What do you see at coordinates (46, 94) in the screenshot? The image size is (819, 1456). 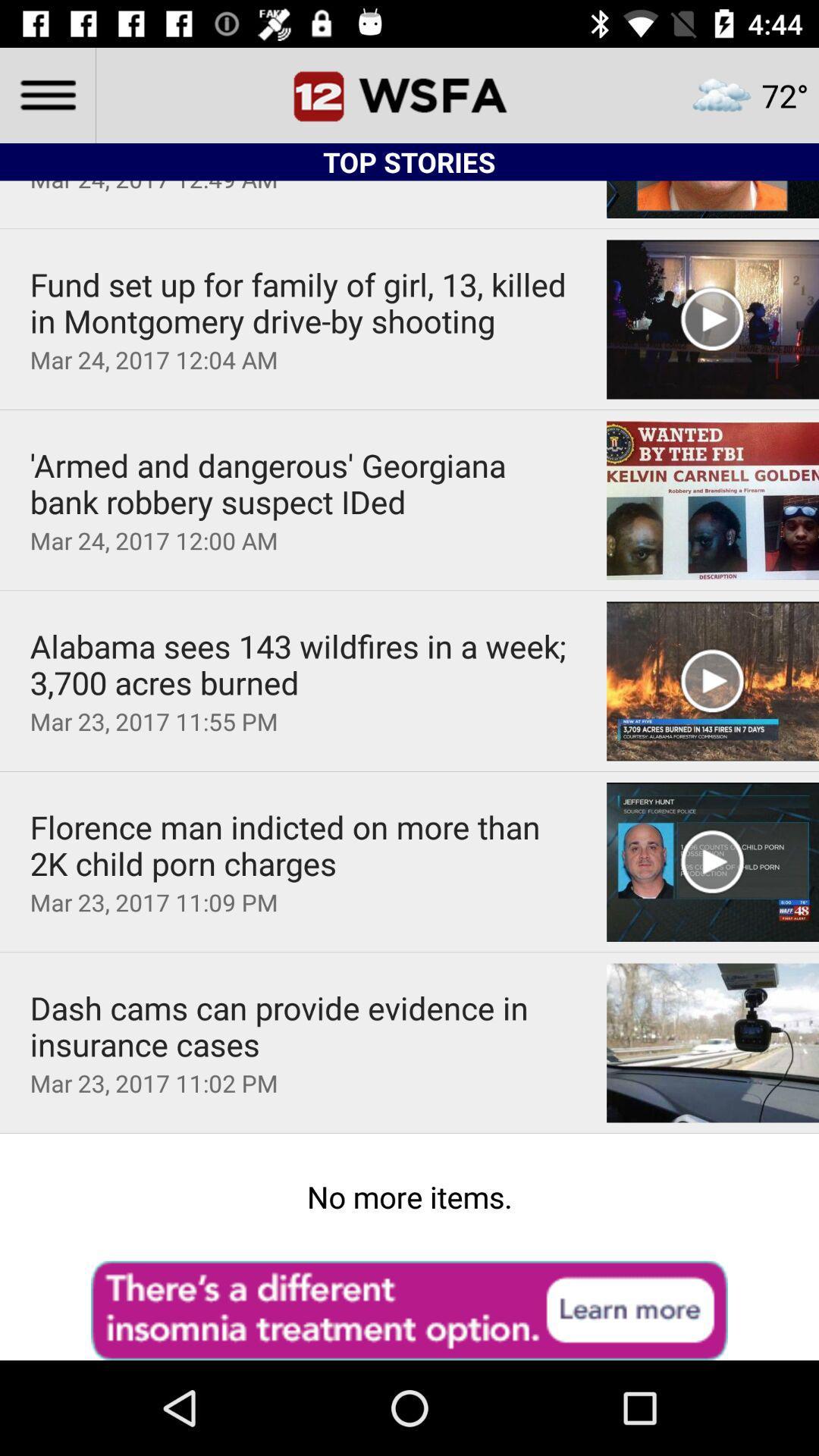 I see `the menu icon` at bounding box center [46, 94].